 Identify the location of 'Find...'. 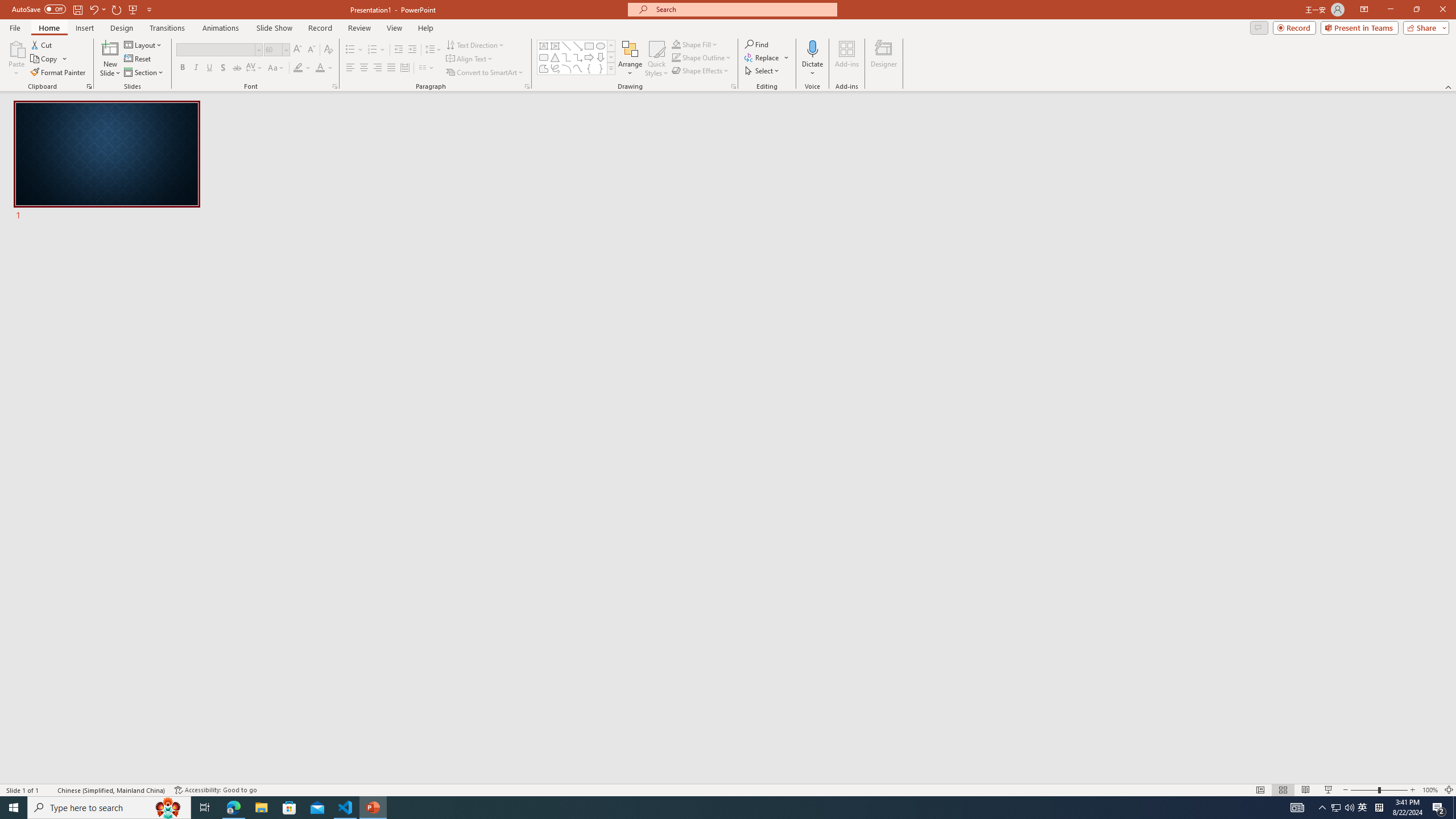
(756, 44).